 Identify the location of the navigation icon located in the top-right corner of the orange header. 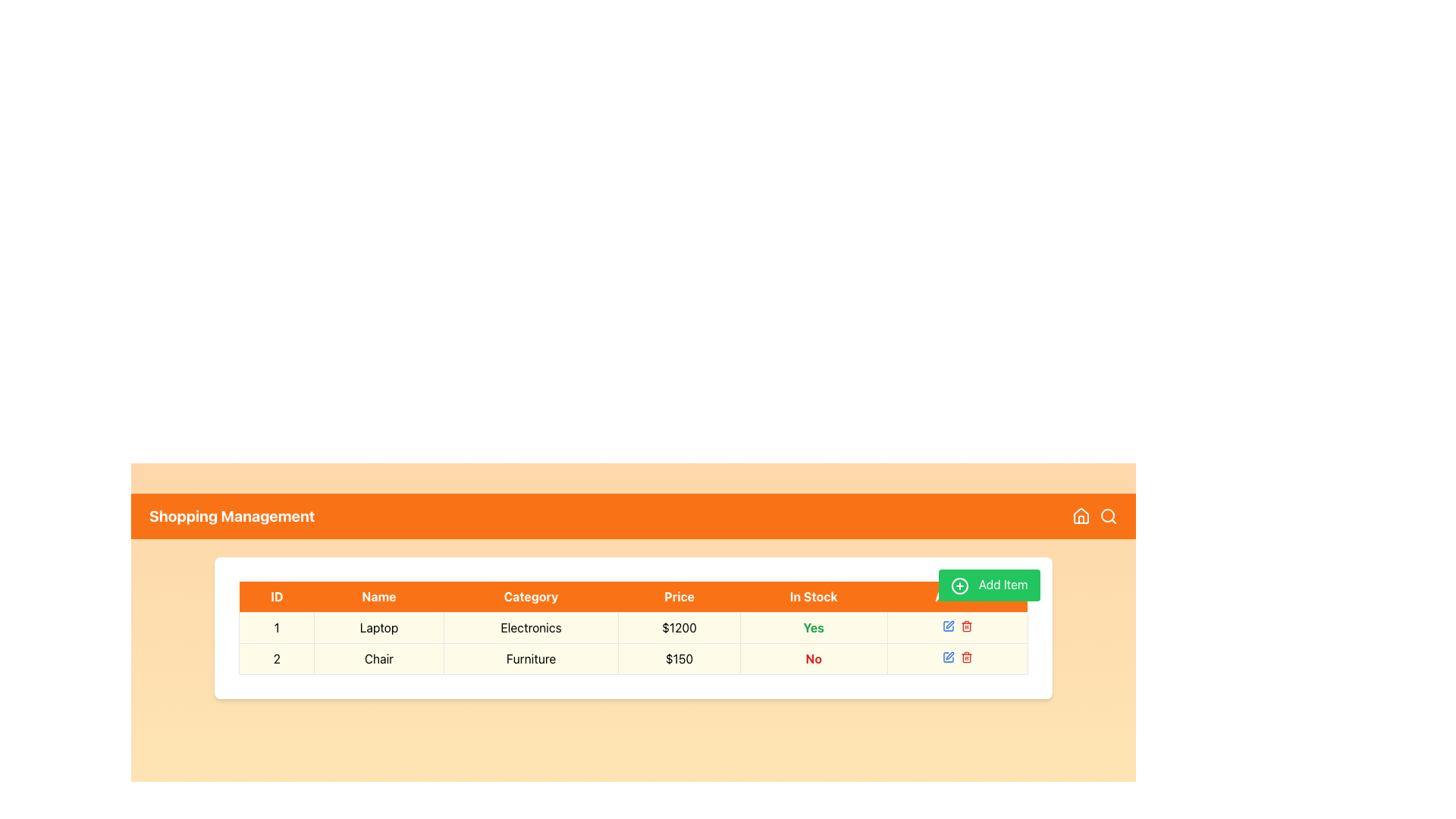
(1080, 514).